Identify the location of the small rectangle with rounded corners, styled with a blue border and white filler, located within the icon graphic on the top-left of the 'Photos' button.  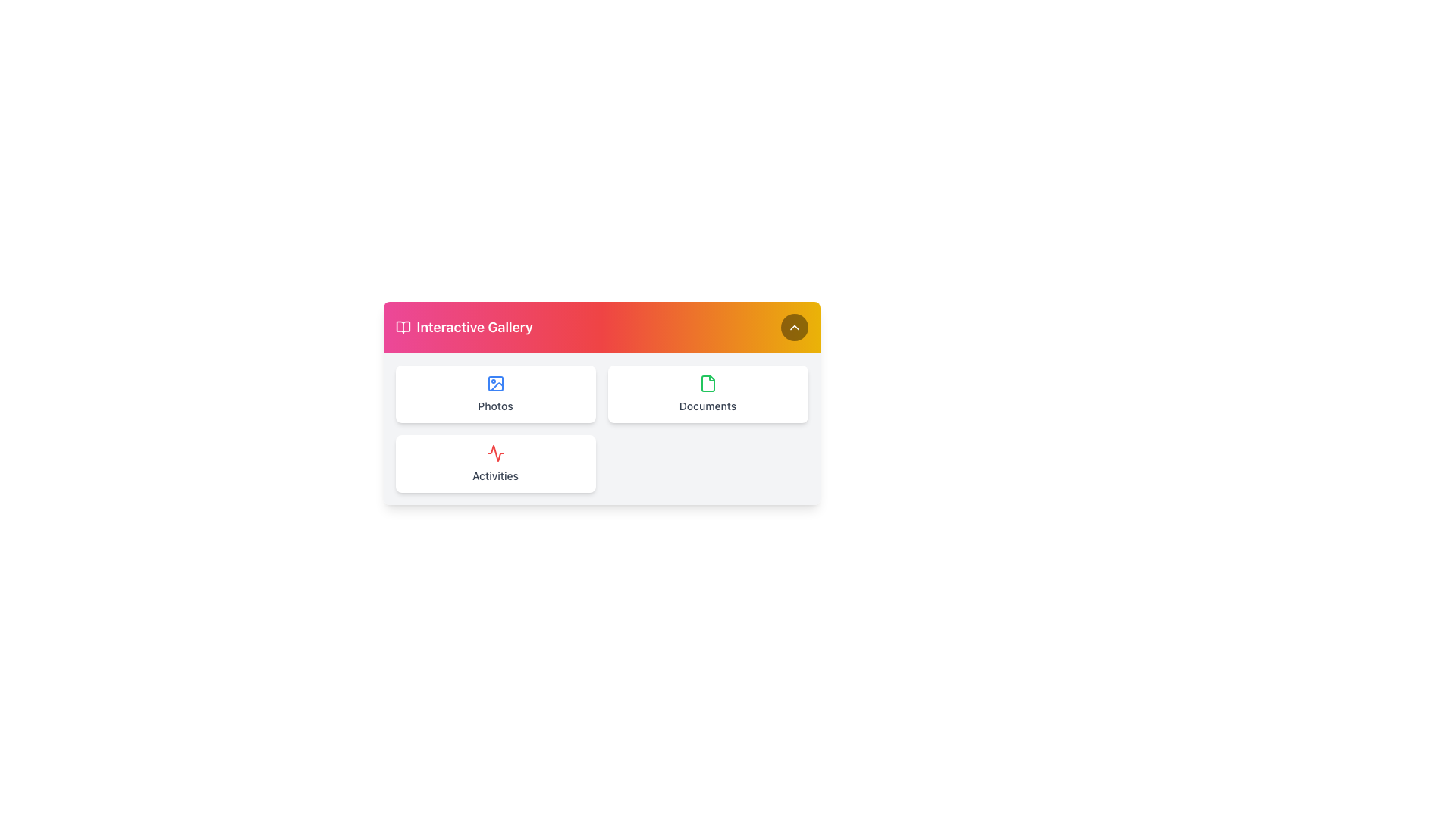
(495, 382).